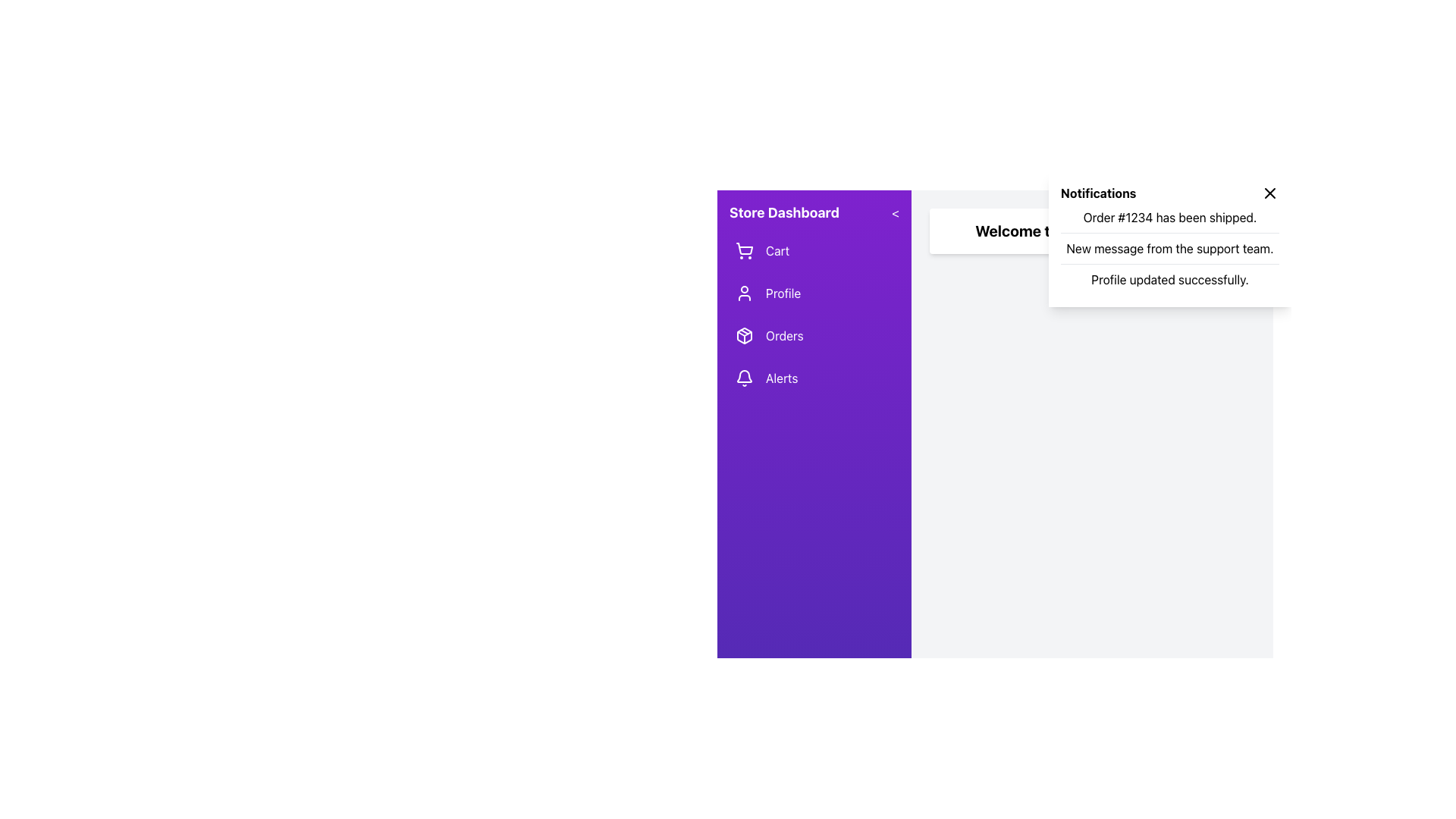  Describe the element at coordinates (1169, 247) in the screenshot. I see `notification text element that informs the user about a new message from the support team, which is the second item in the vertically stacked list under the 'Notifications' section` at that location.